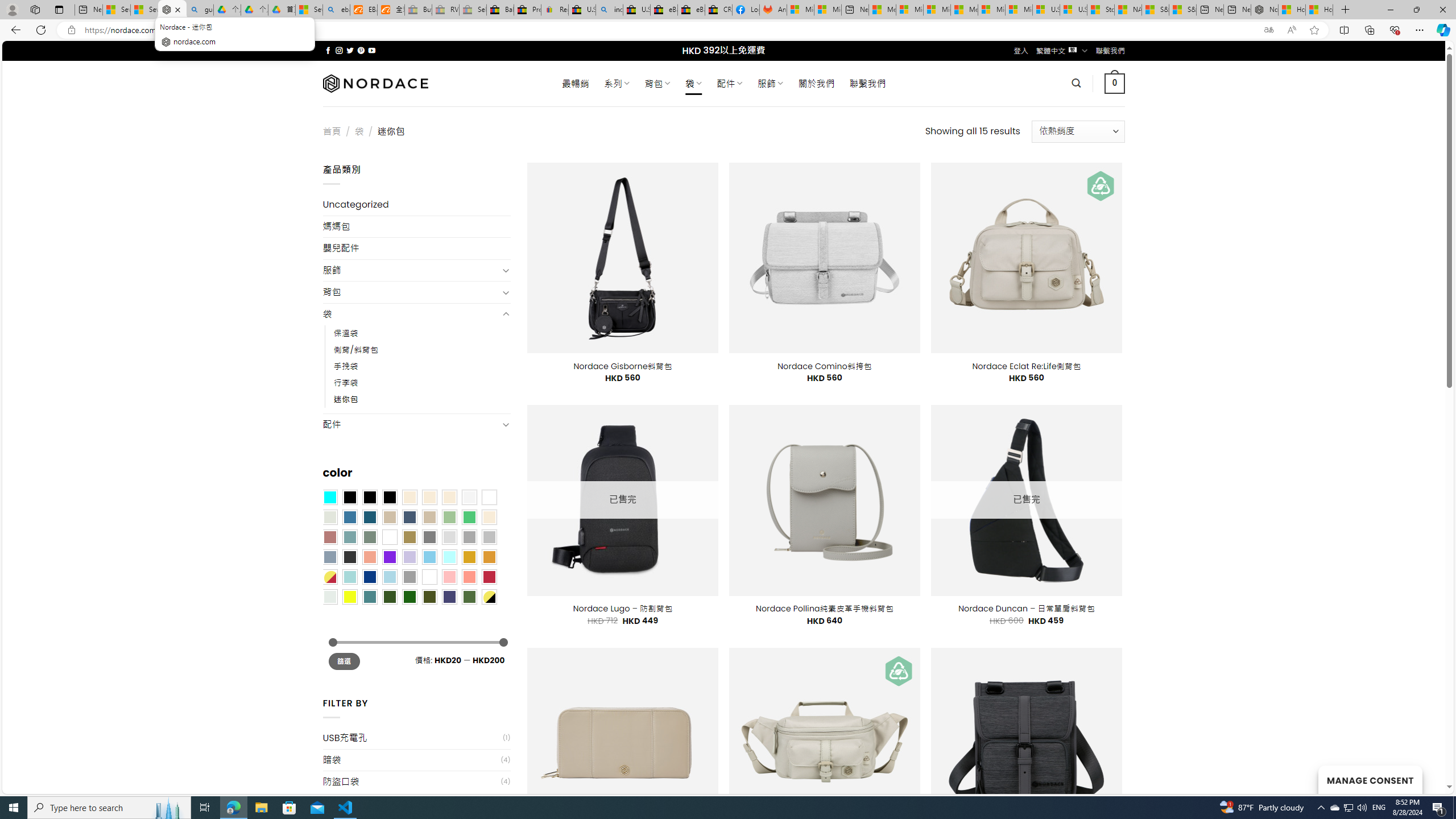 The width and height of the screenshot is (1456, 819). What do you see at coordinates (350, 50) in the screenshot?
I see `'Follow on Twitter'` at bounding box center [350, 50].